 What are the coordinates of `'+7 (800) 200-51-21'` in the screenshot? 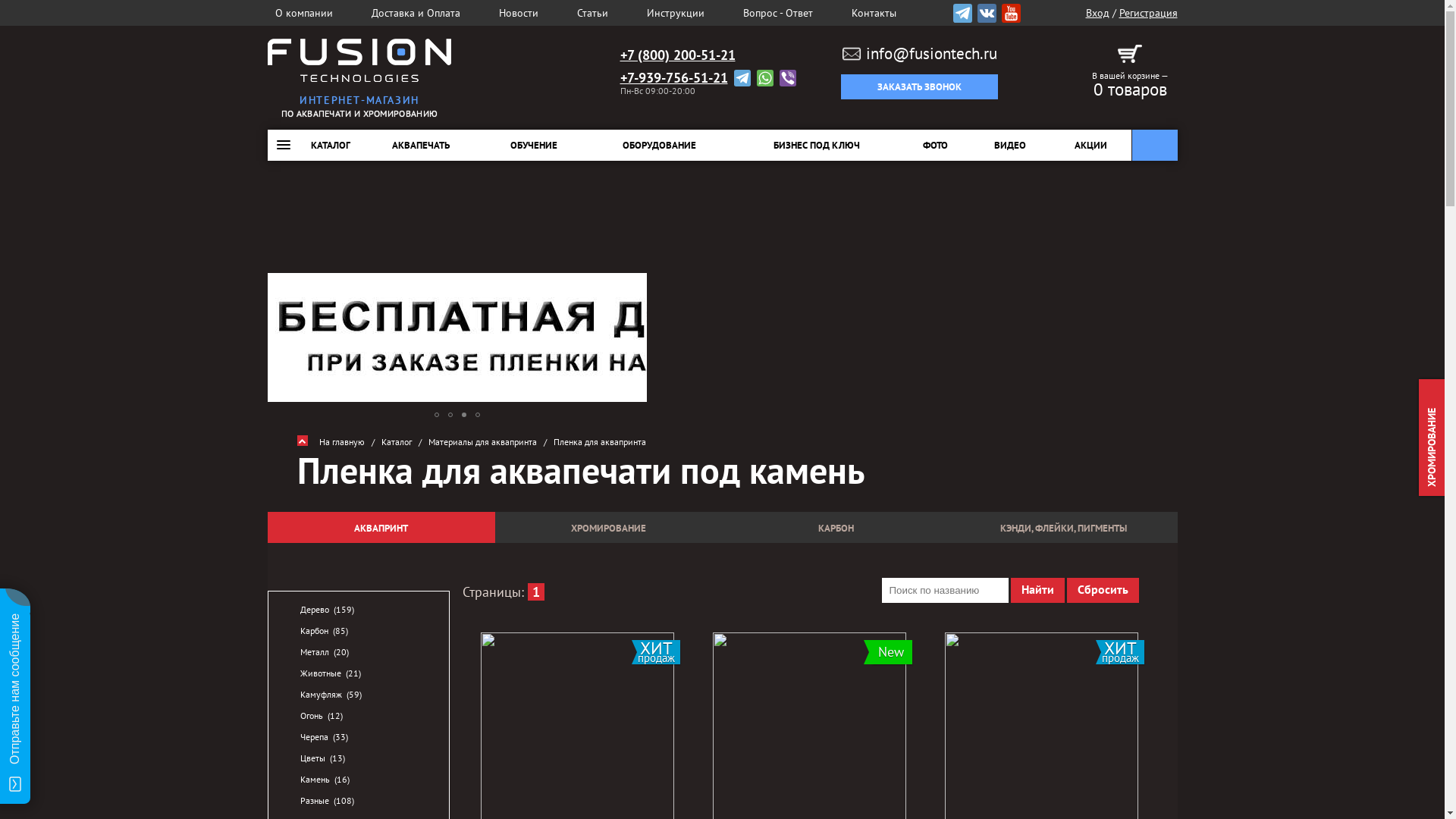 It's located at (676, 55).